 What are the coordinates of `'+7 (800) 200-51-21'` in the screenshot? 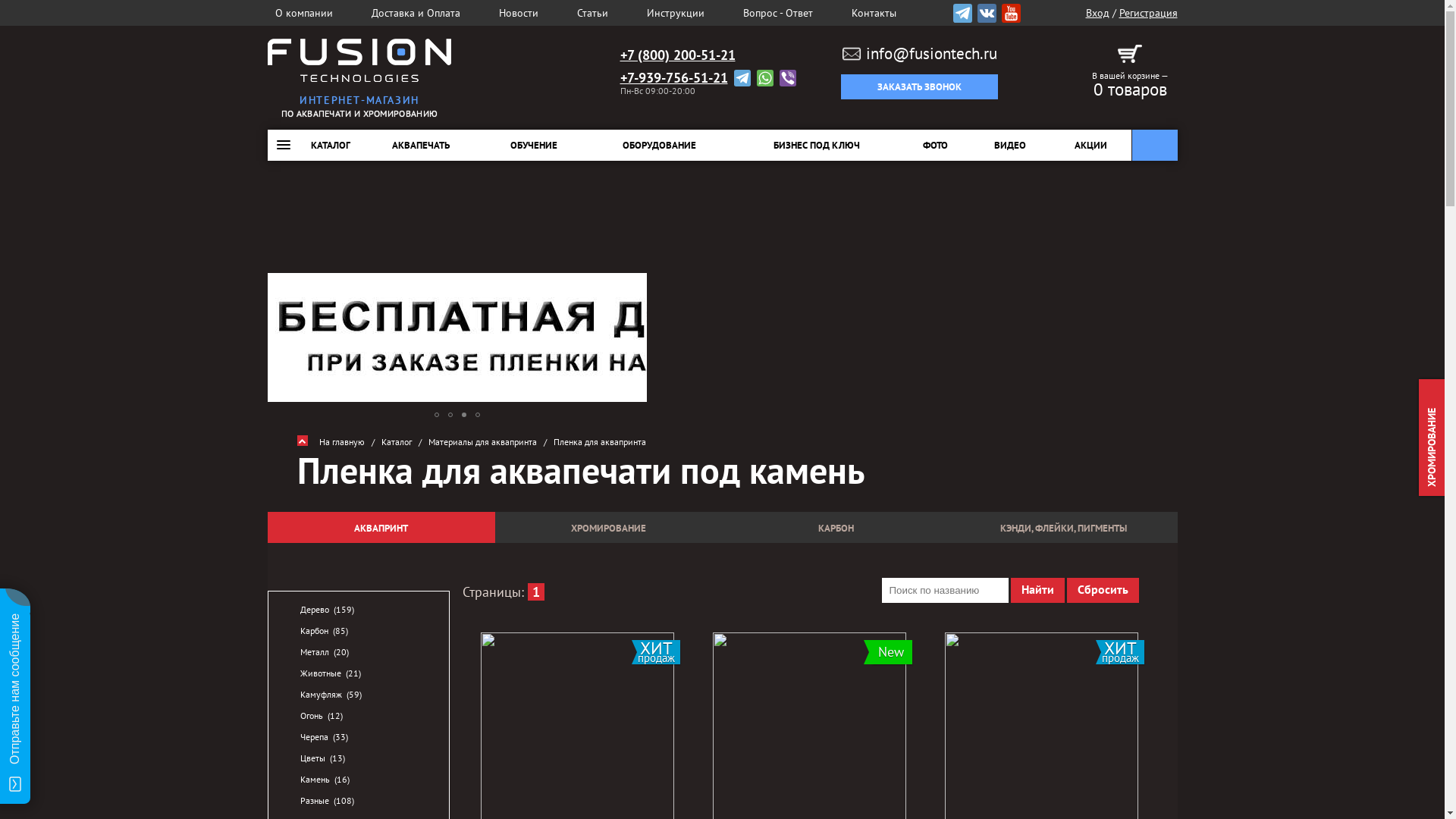 It's located at (676, 55).